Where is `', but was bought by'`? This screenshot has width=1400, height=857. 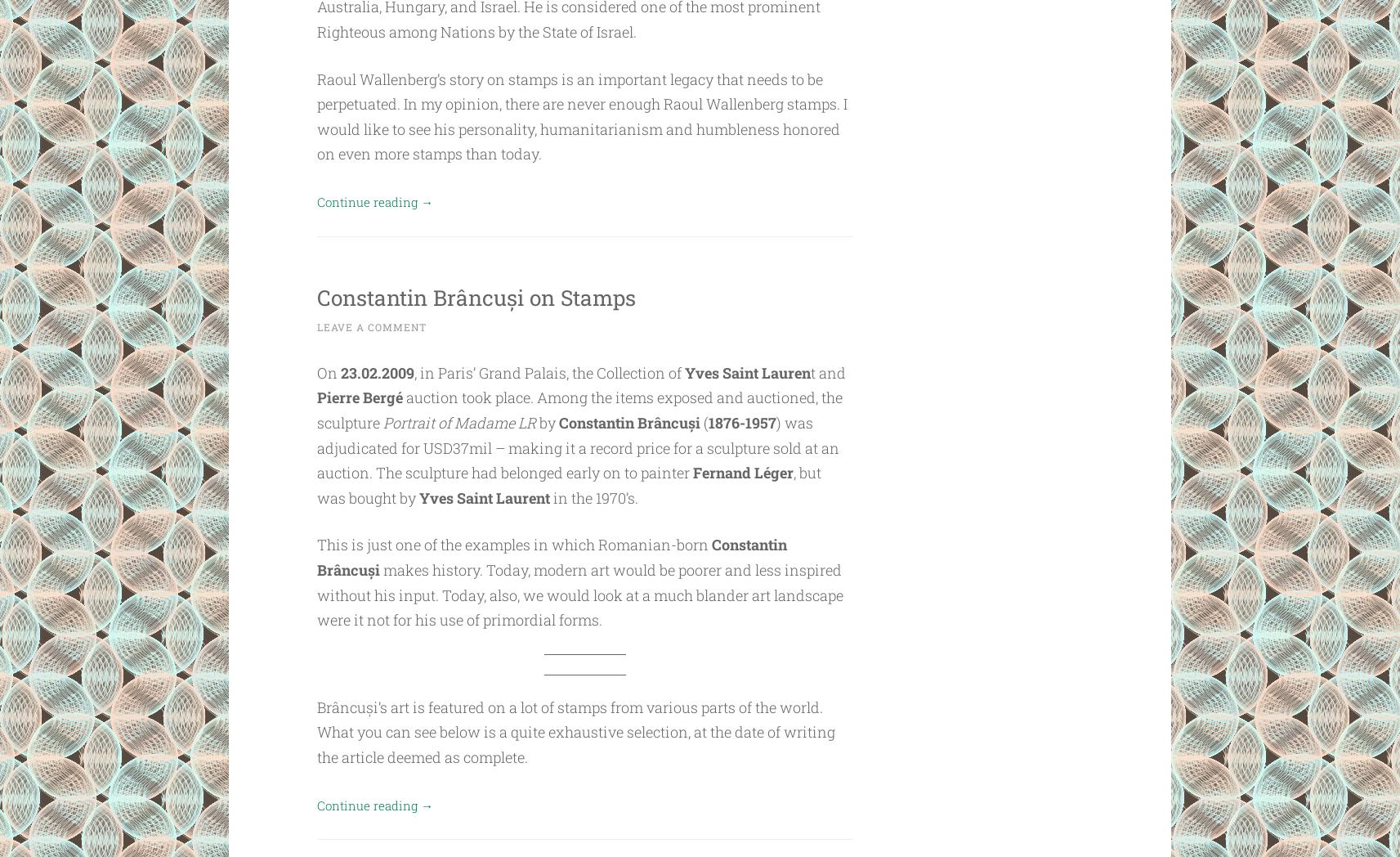 ', but was bought by' is located at coordinates (315, 484).